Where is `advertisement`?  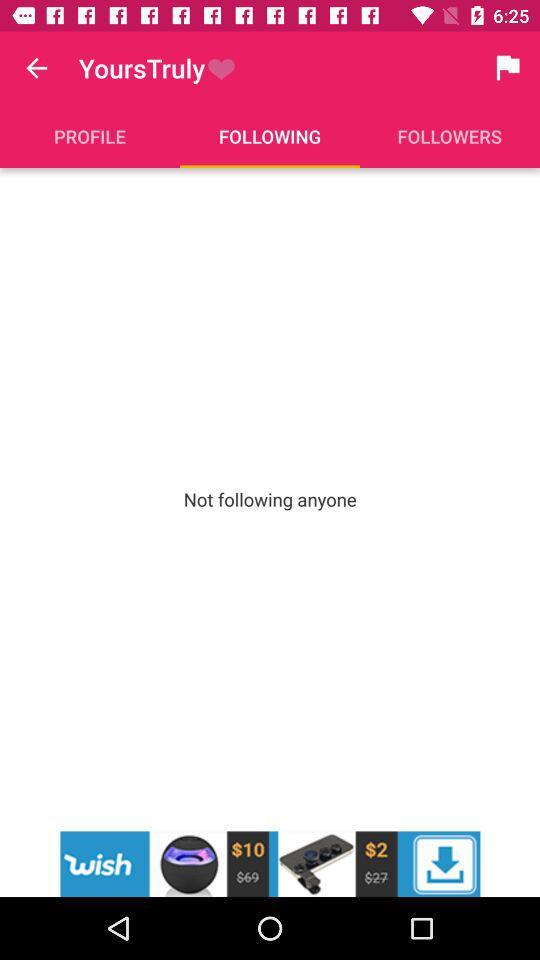
advertisement is located at coordinates (270, 863).